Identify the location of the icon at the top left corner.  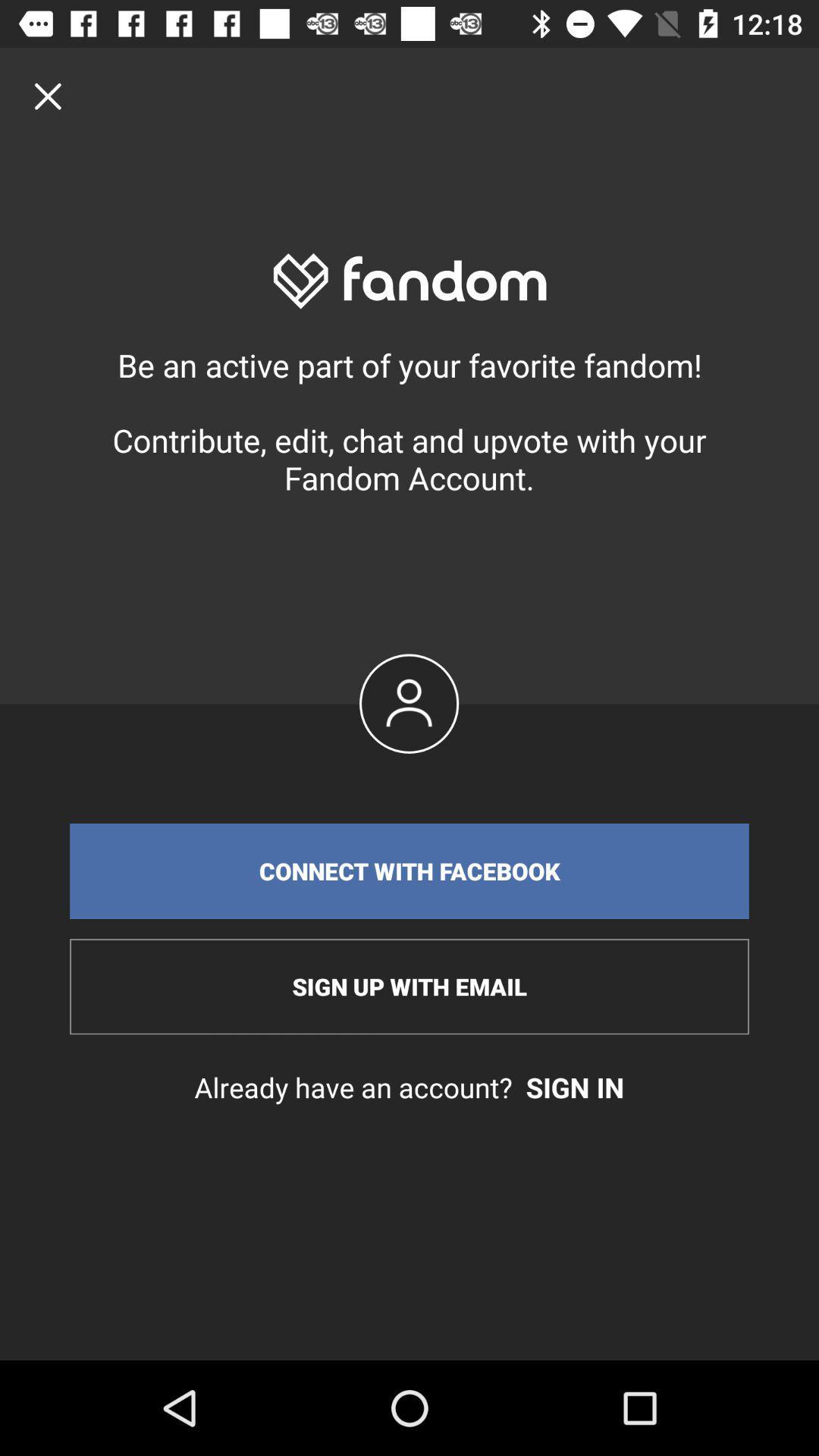
(47, 95).